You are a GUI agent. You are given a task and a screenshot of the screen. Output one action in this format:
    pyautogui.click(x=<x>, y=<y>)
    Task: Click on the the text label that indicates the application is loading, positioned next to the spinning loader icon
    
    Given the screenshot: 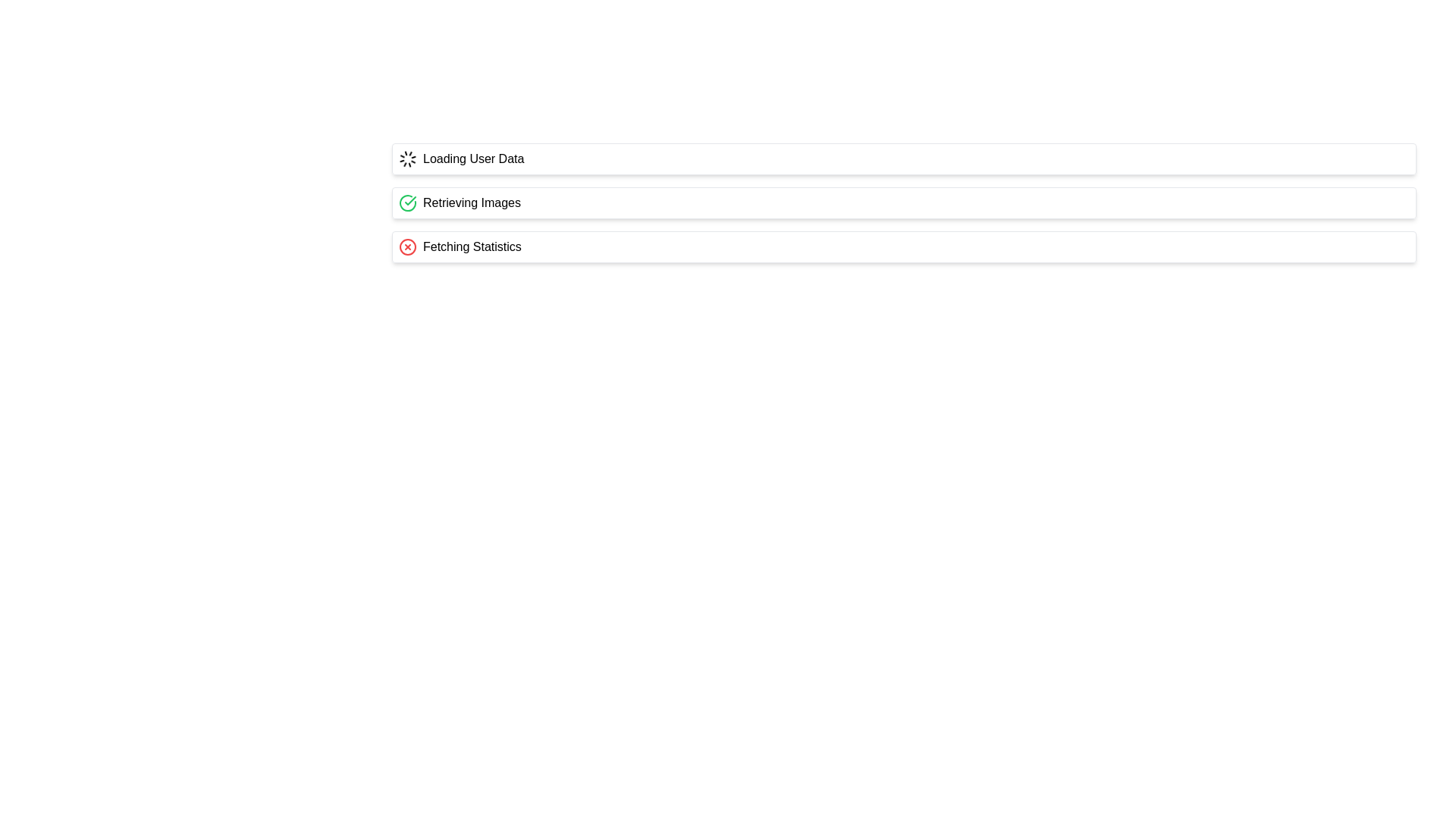 What is the action you would take?
    pyautogui.click(x=472, y=158)
    